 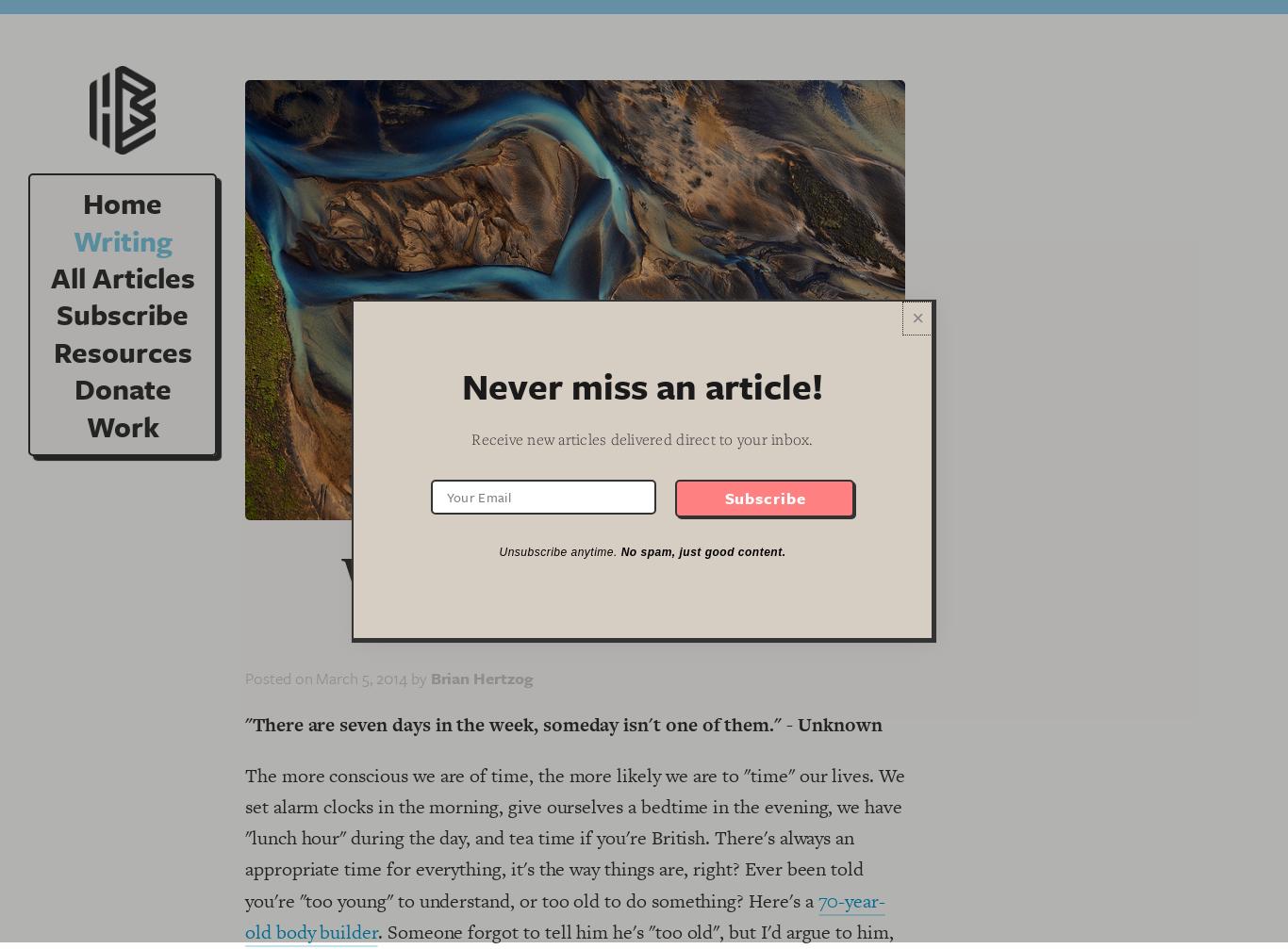 I want to click on 'Donate', so click(x=121, y=388).